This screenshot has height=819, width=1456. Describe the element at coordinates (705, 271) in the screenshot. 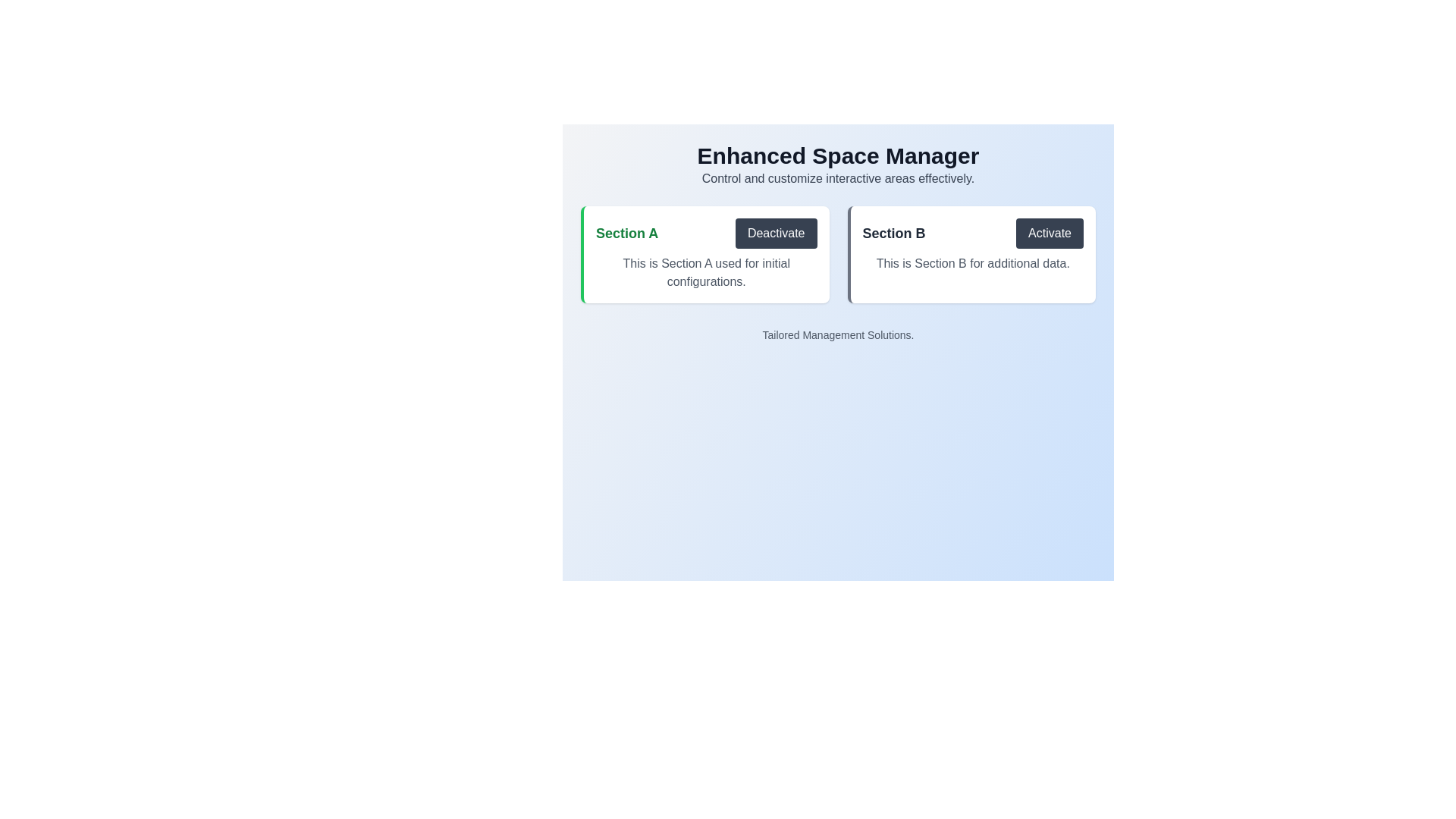

I see `the Text Label that contains the text 'This is Section A used for initial configurations.', styled in gray and located below the bold green label 'Section A' and the 'Deactivate' button` at that location.